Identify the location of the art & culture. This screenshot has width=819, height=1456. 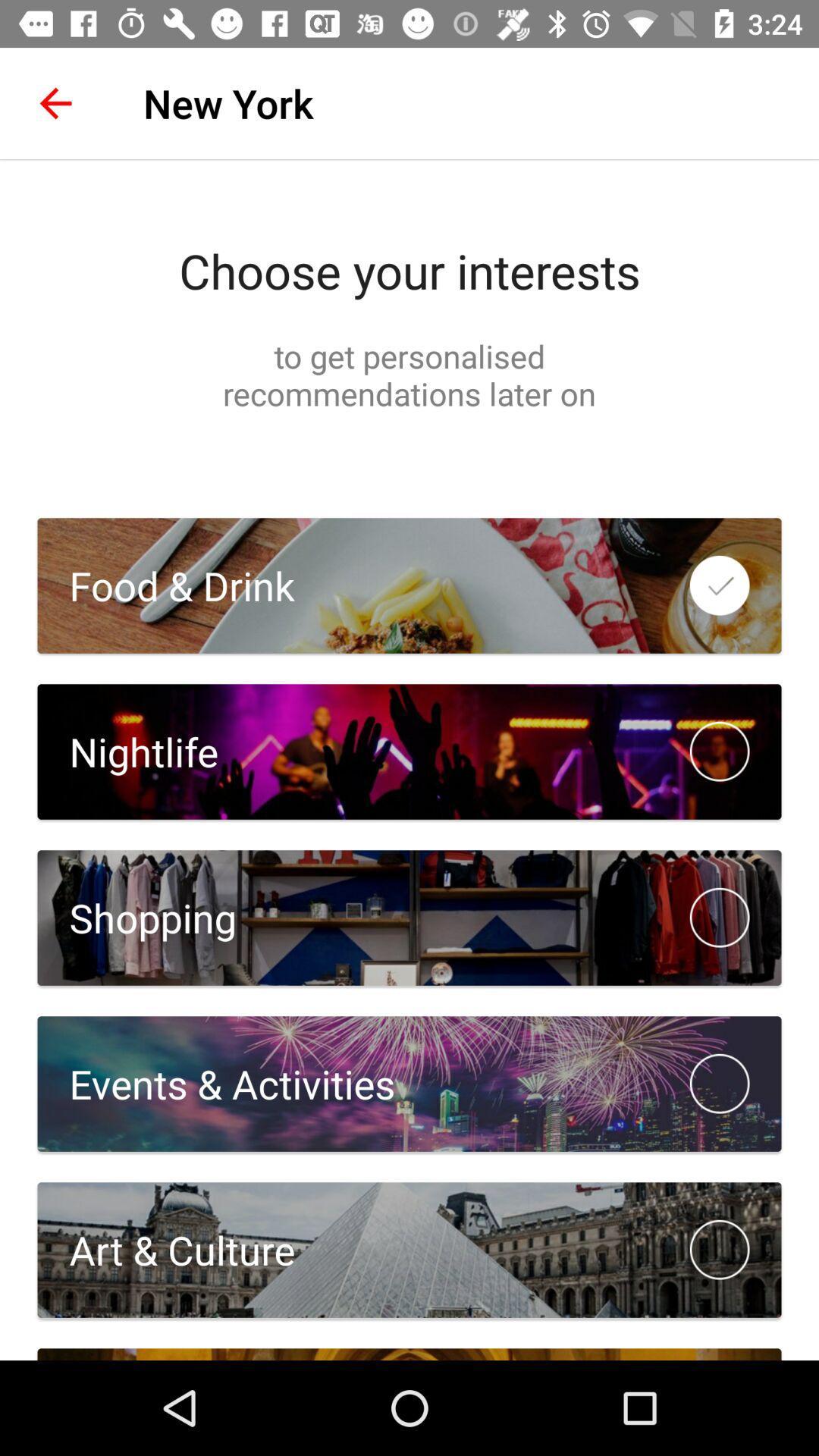
(166, 1250).